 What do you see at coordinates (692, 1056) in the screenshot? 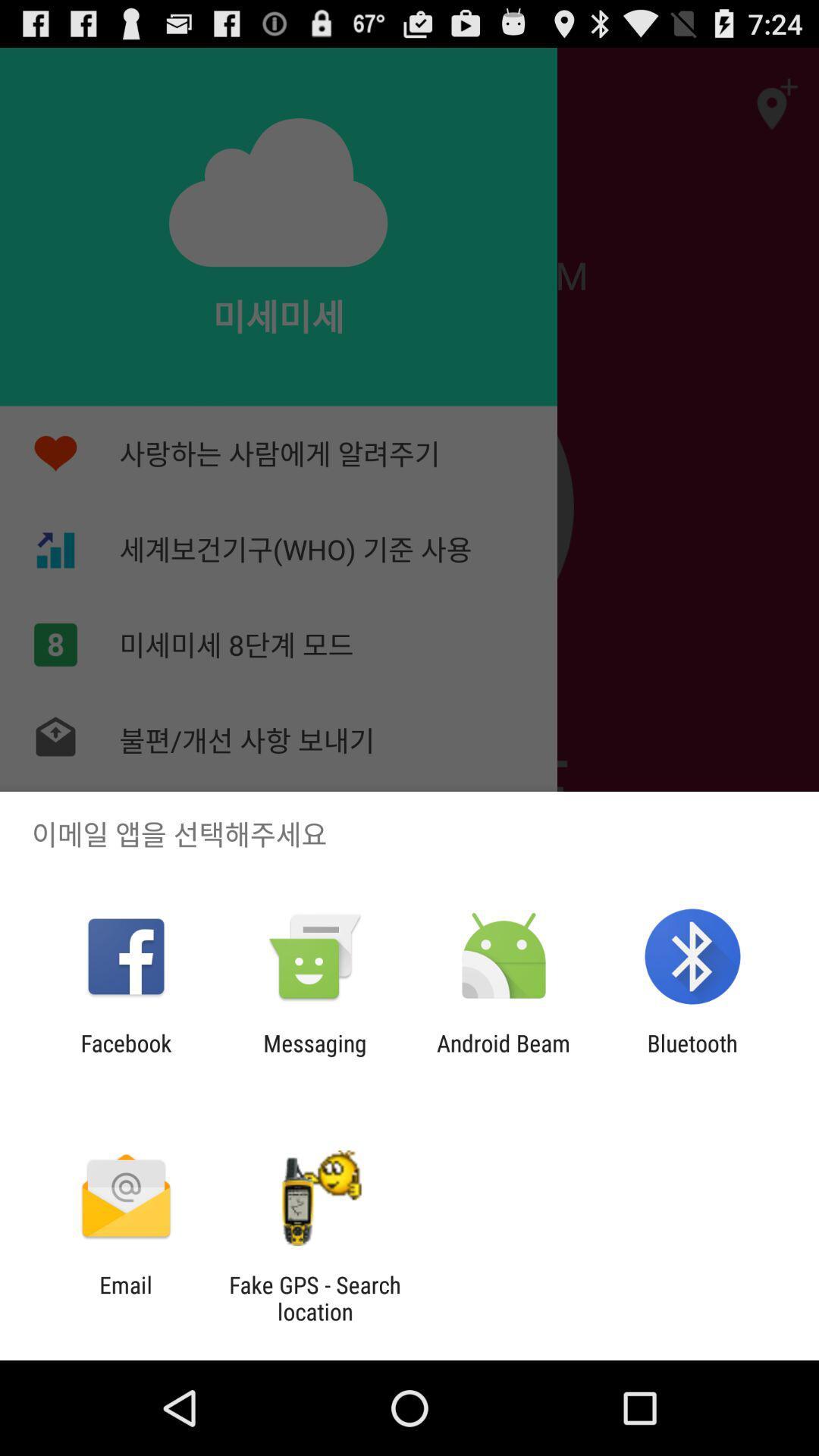
I see `icon to the right of the android beam item` at bounding box center [692, 1056].